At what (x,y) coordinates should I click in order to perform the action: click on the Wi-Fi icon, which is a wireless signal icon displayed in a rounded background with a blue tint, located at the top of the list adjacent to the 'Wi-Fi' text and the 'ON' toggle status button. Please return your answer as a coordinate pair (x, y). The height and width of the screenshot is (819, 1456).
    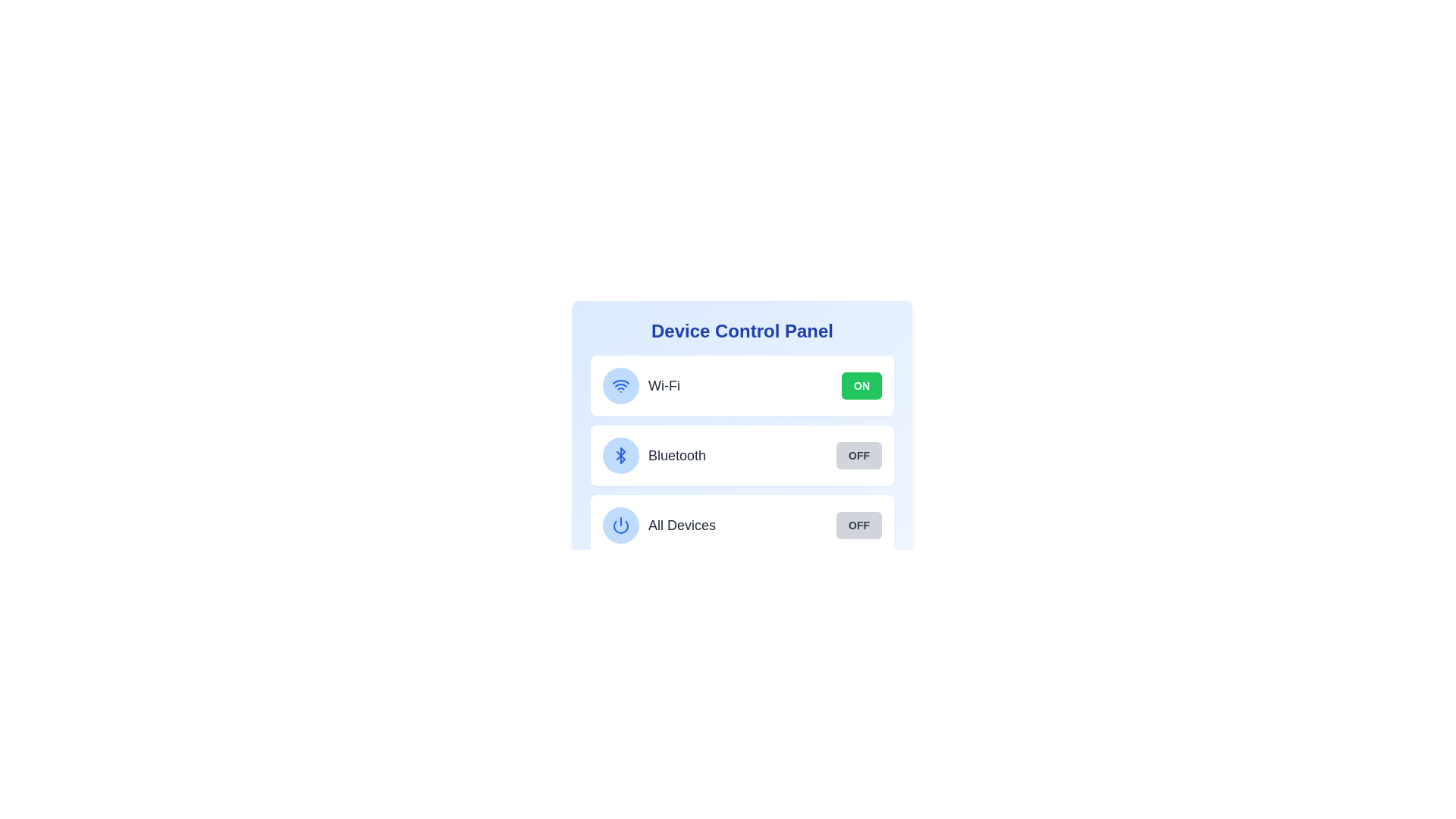
    Looking at the image, I should click on (621, 385).